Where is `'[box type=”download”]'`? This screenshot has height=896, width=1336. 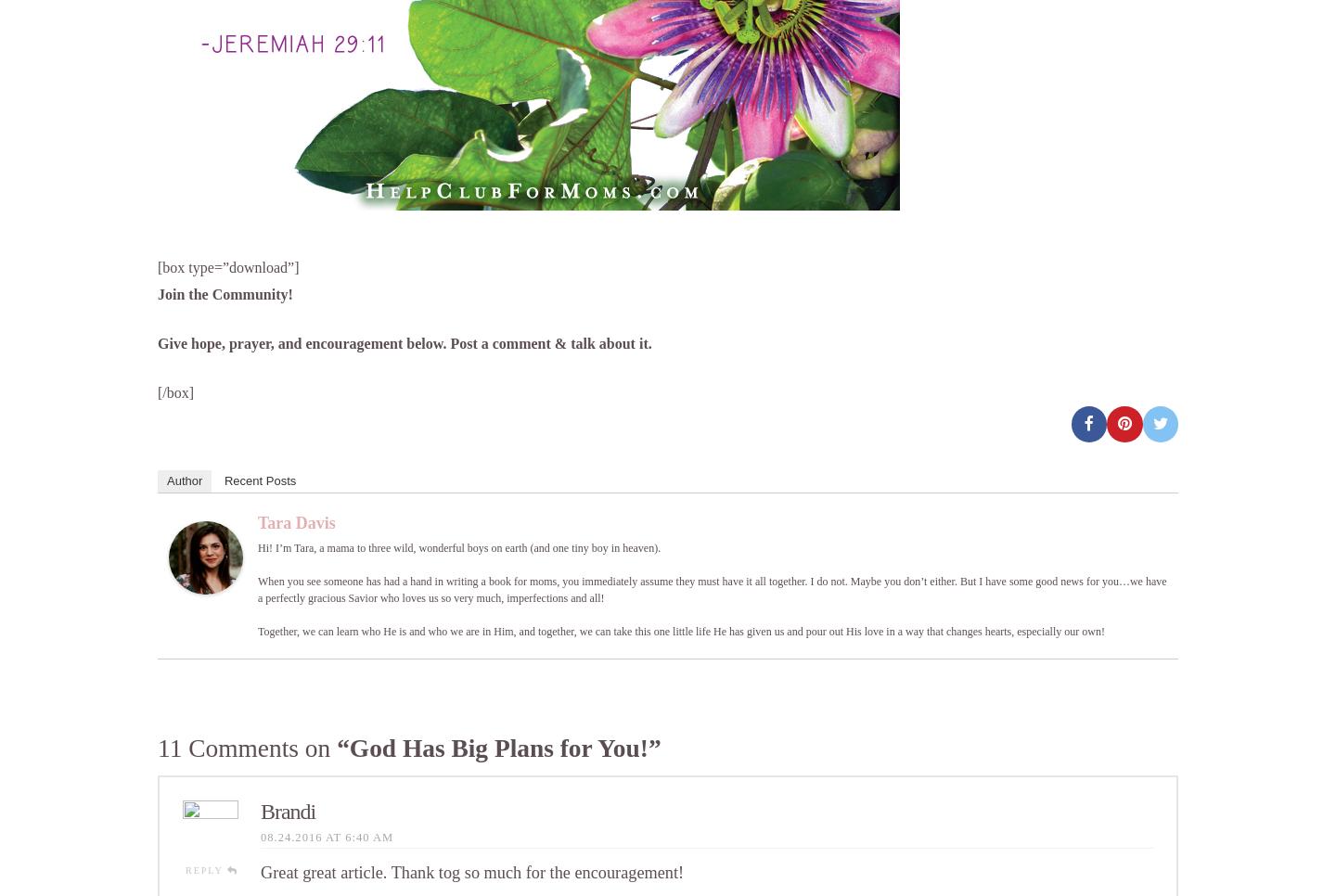 '[box type=”download”]' is located at coordinates (226, 266).